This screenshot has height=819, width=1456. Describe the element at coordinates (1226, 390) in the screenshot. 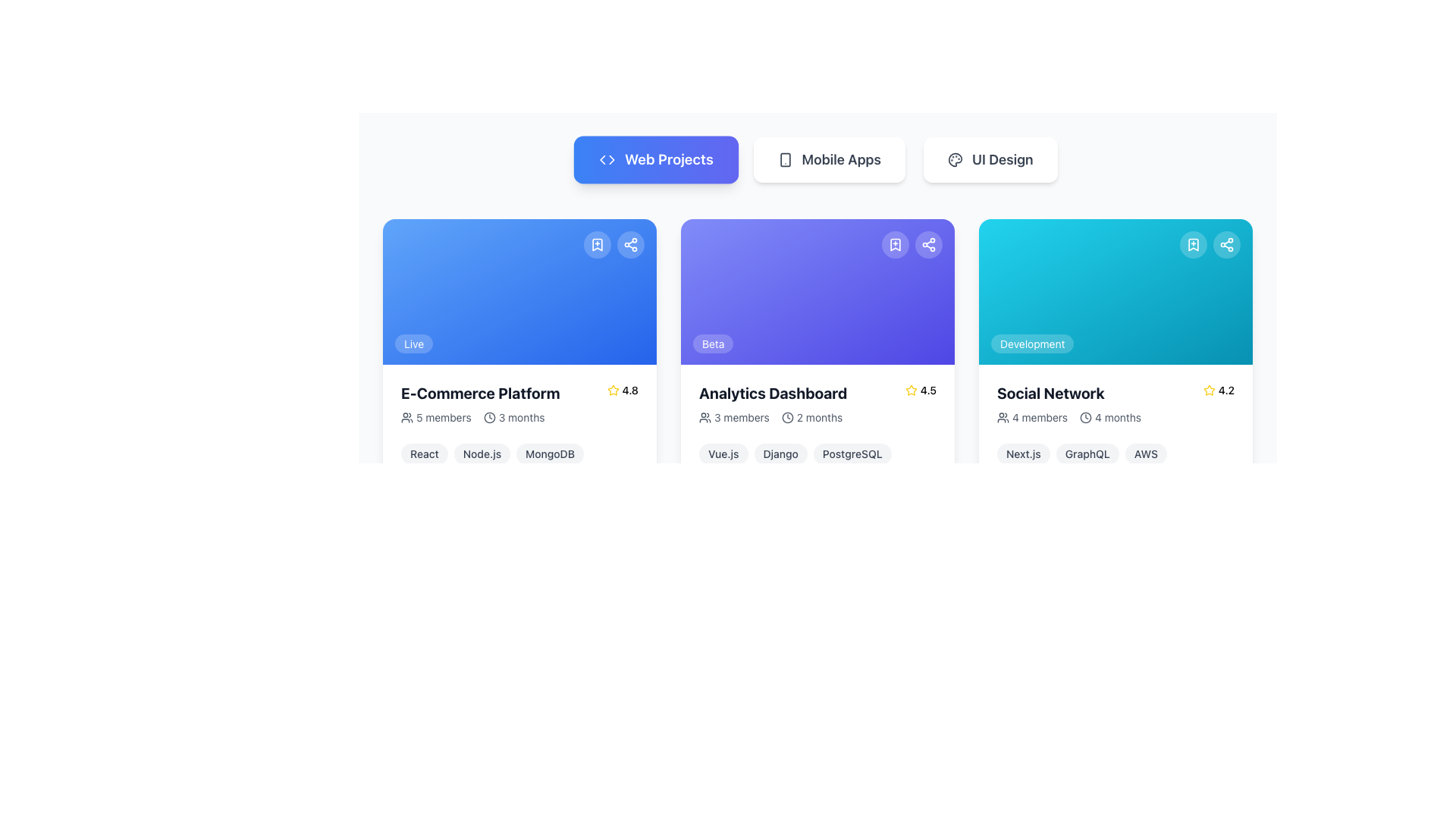

I see `the Text label displaying the numerical rating in the lower-right corner of the 'Social Network' card, which is aligned with a star icon to its left` at that location.